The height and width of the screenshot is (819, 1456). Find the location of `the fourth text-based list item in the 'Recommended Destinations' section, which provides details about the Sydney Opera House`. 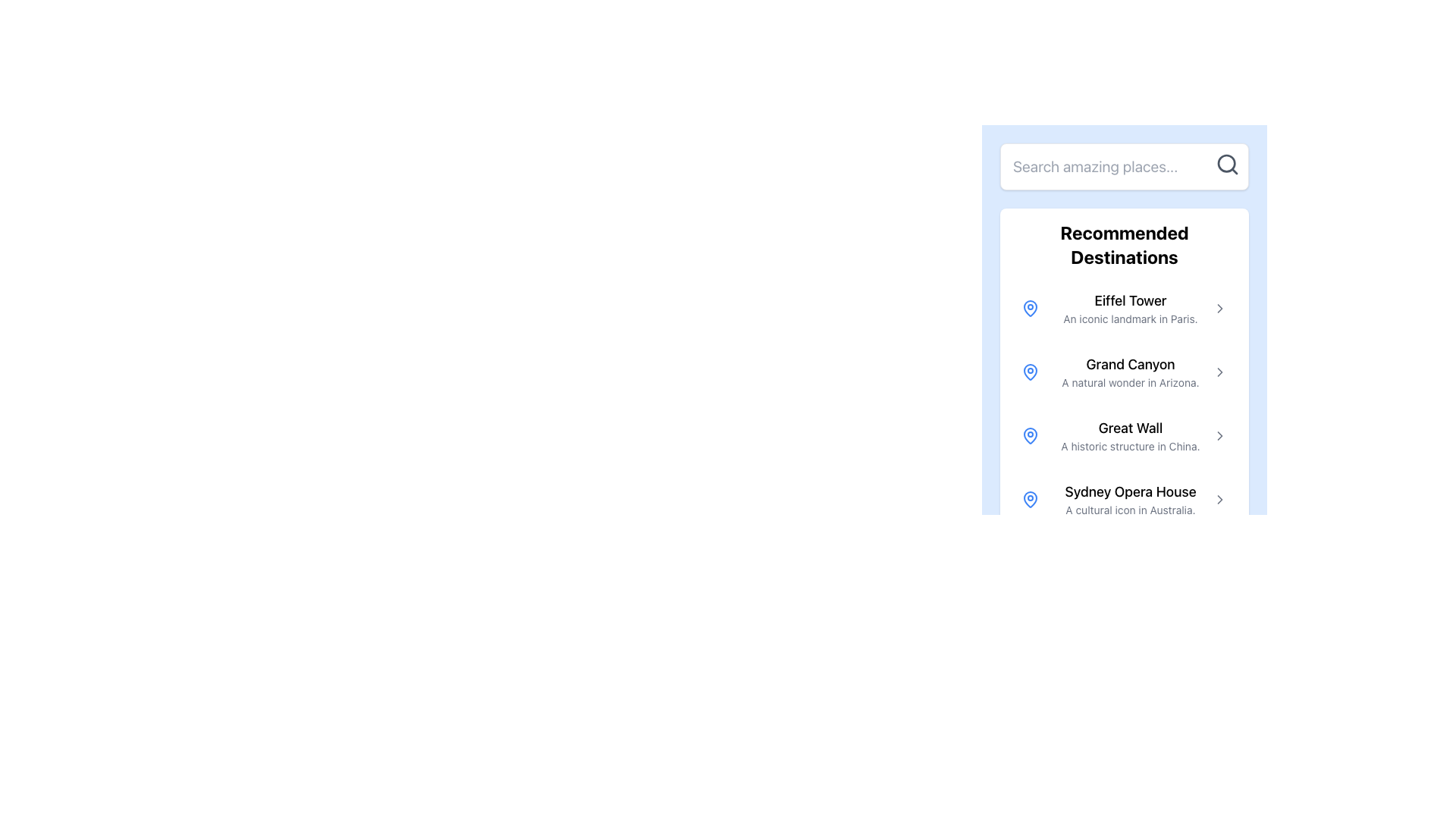

the fourth text-based list item in the 'Recommended Destinations' section, which provides details about the Sydney Opera House is located at coordinates (1131, 500).